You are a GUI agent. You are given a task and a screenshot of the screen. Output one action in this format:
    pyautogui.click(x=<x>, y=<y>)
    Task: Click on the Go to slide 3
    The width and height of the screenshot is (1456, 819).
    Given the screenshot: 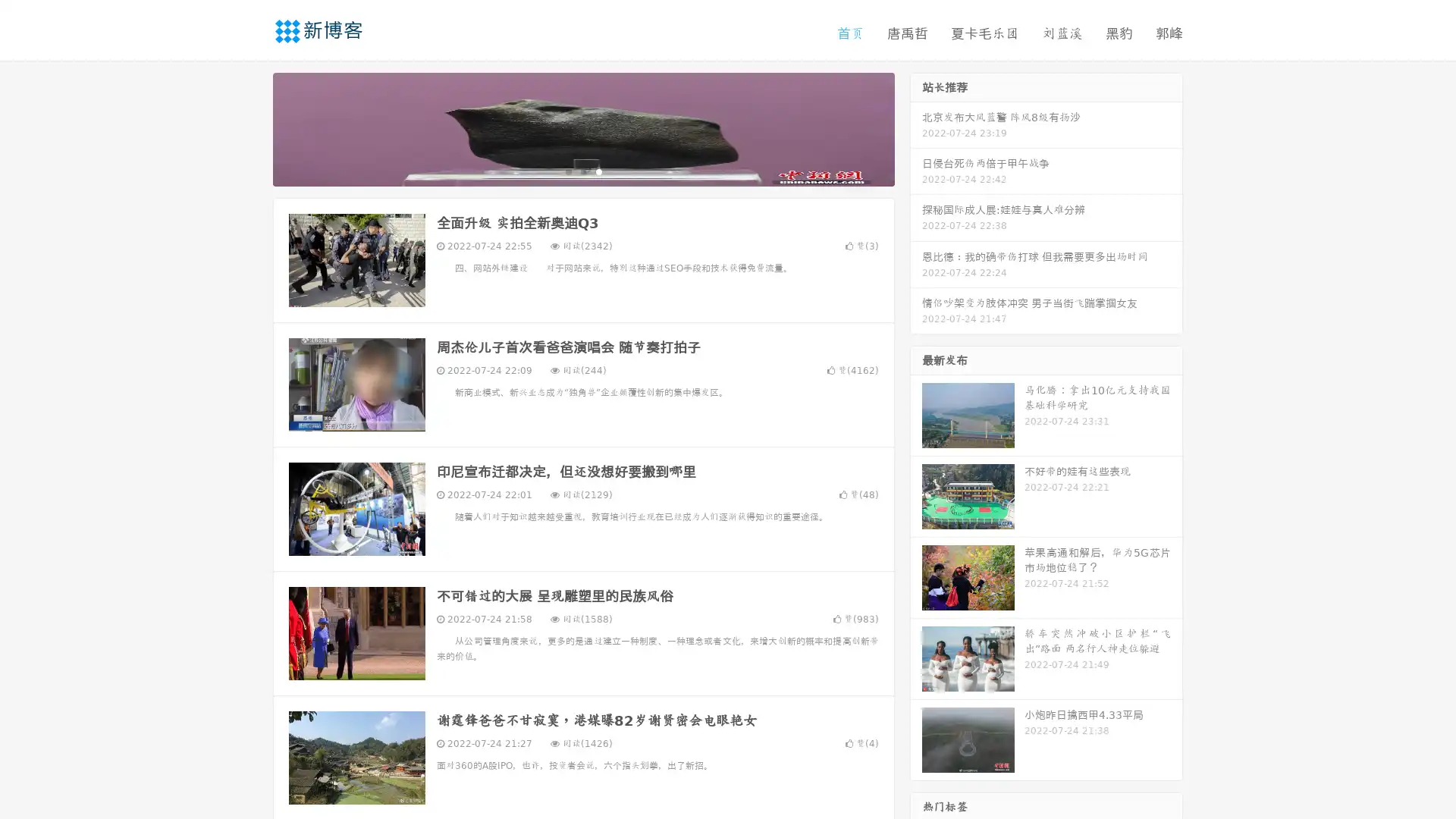 What is the action you would take?
    pyautogui.click(x=598, y=171)
    